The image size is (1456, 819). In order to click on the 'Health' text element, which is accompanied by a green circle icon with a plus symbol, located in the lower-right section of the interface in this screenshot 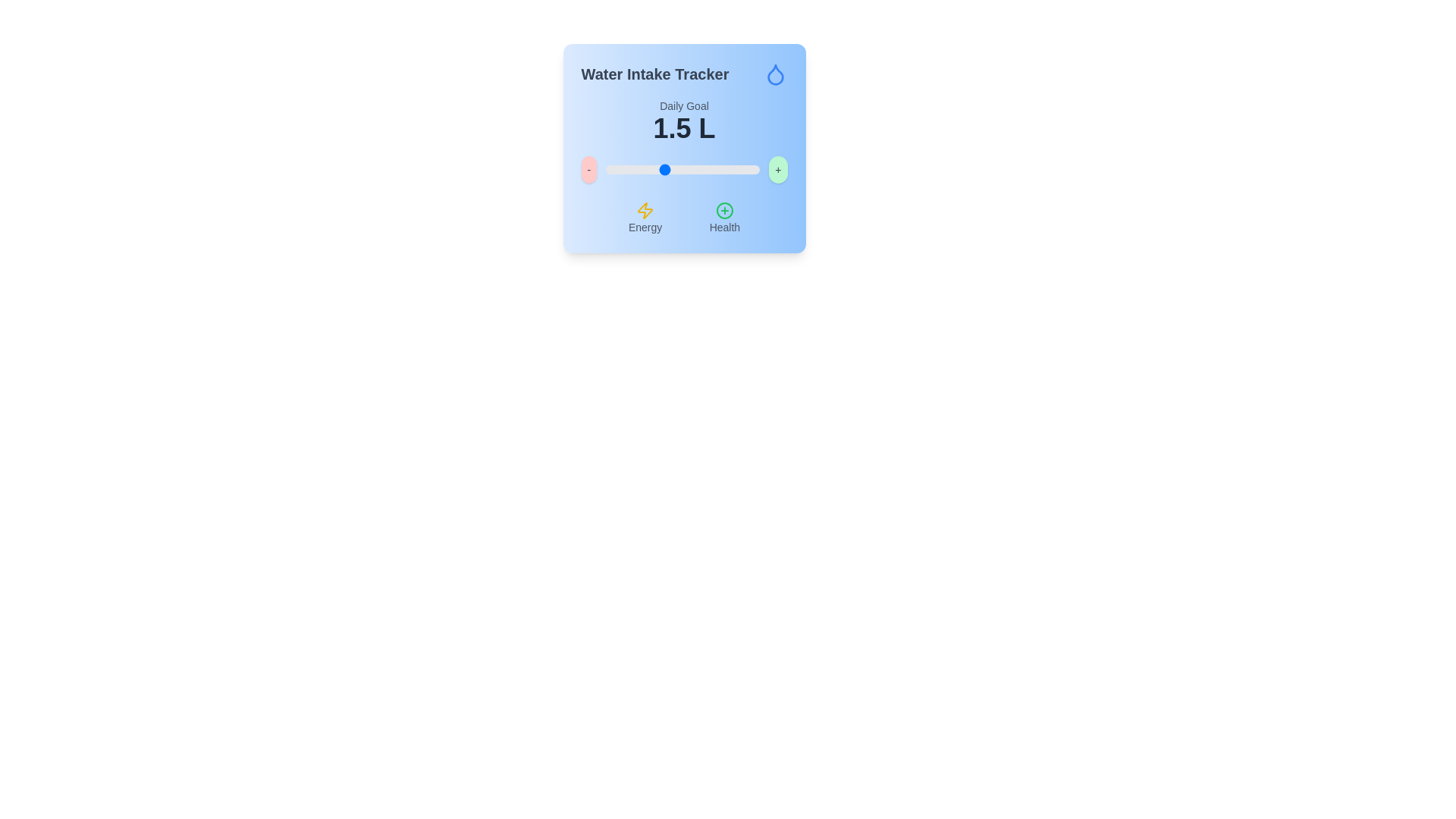, I will do `click(723, 218)`.